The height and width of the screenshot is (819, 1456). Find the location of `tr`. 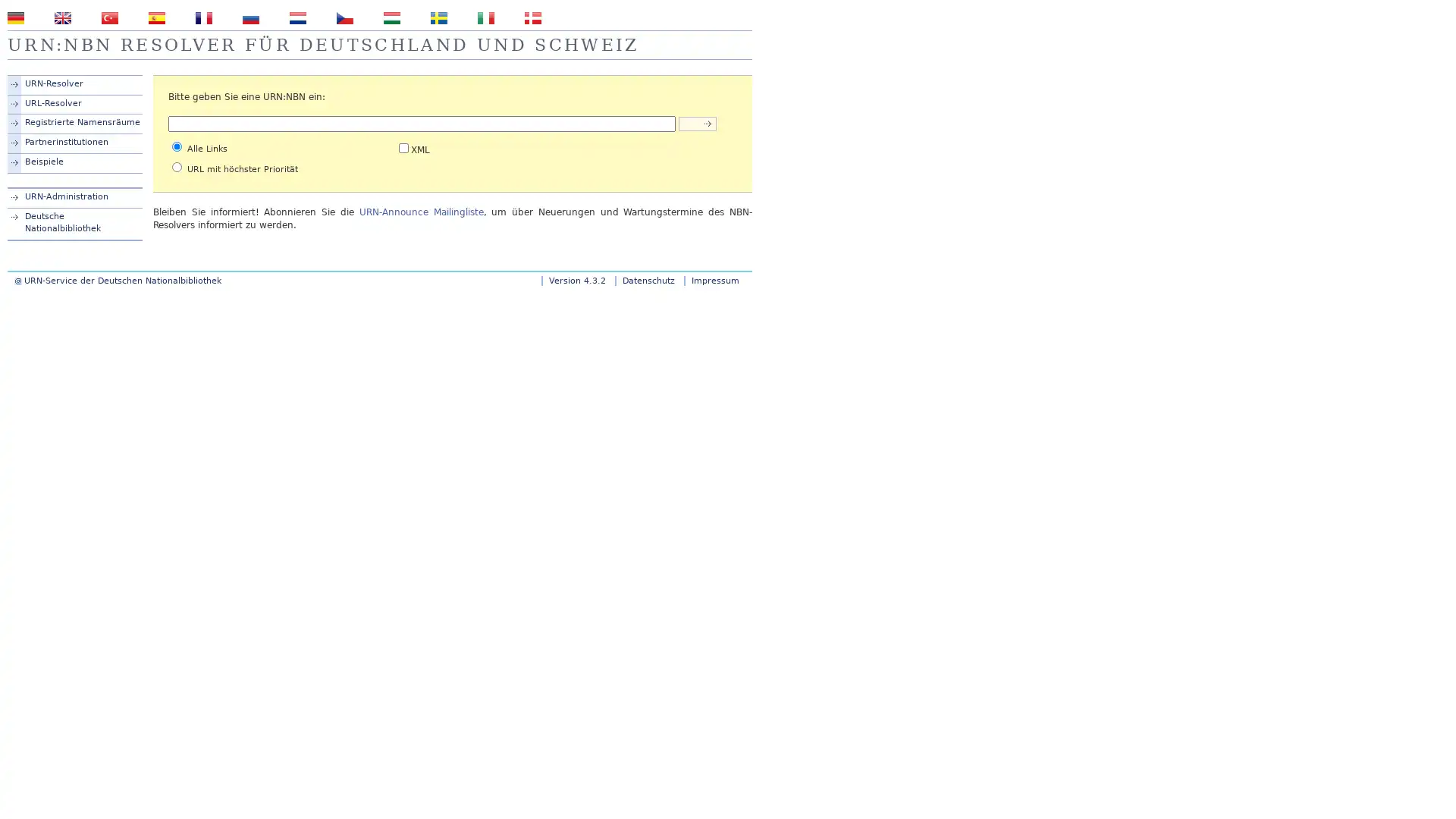

tr is located at coordinates (108, 17).